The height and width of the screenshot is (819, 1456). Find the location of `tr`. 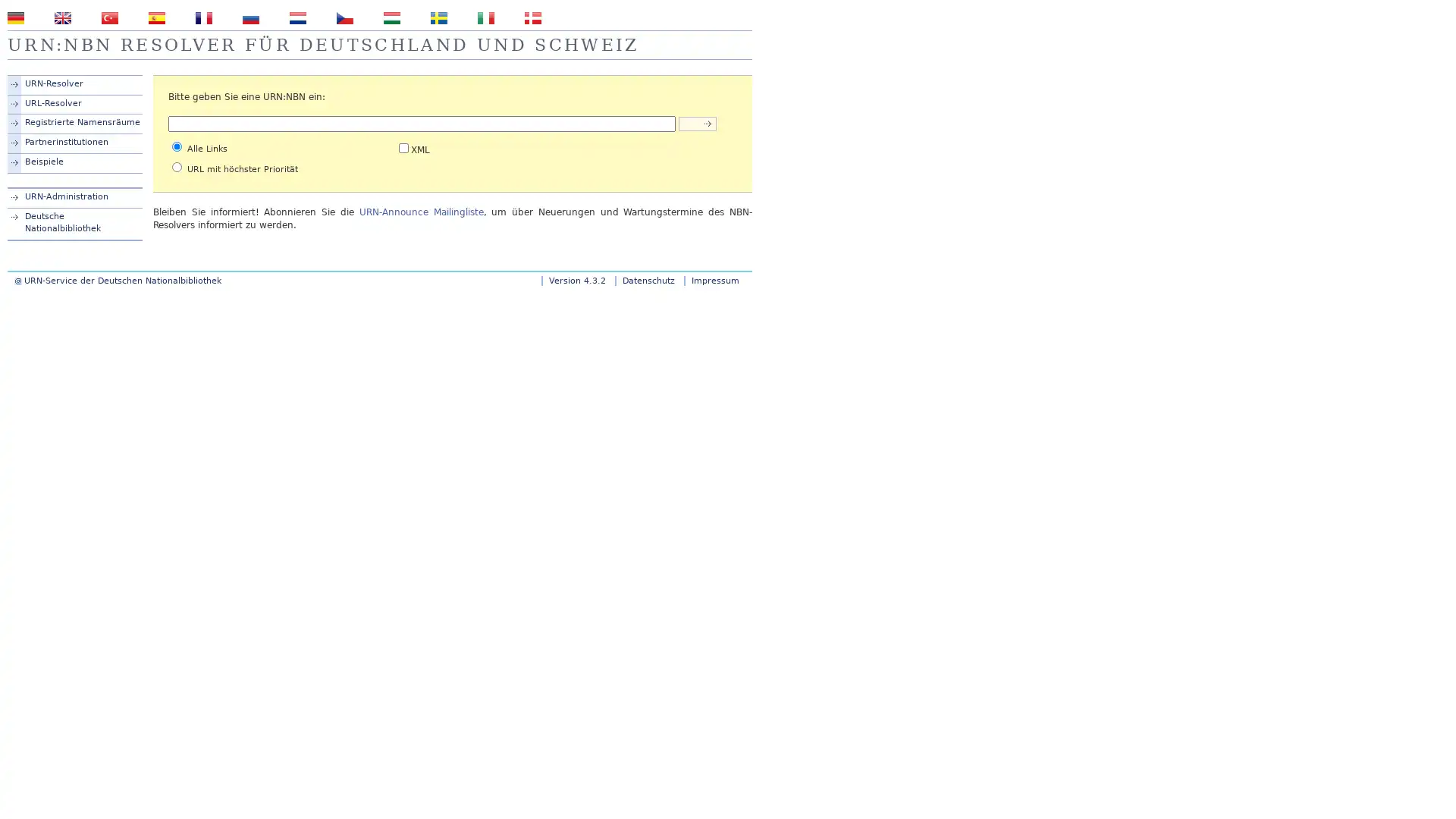

tr is located at coordinates (108, 17).